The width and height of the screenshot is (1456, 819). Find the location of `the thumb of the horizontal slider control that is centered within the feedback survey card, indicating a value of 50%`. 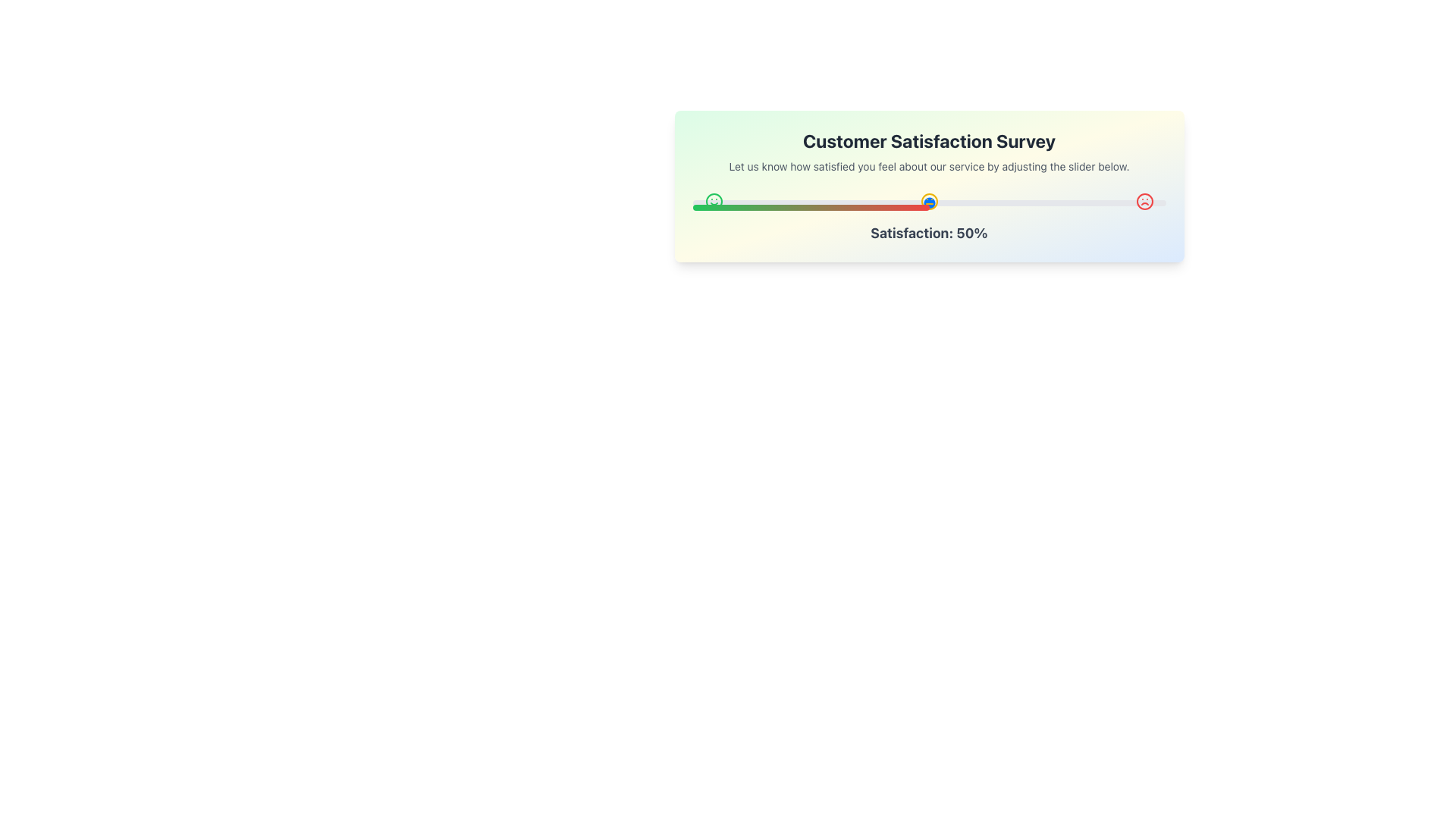

the thumb of the horizontal slider control that is centered within the feedback survey card, indicating a value of 50% is located at coordinates (928, 202).